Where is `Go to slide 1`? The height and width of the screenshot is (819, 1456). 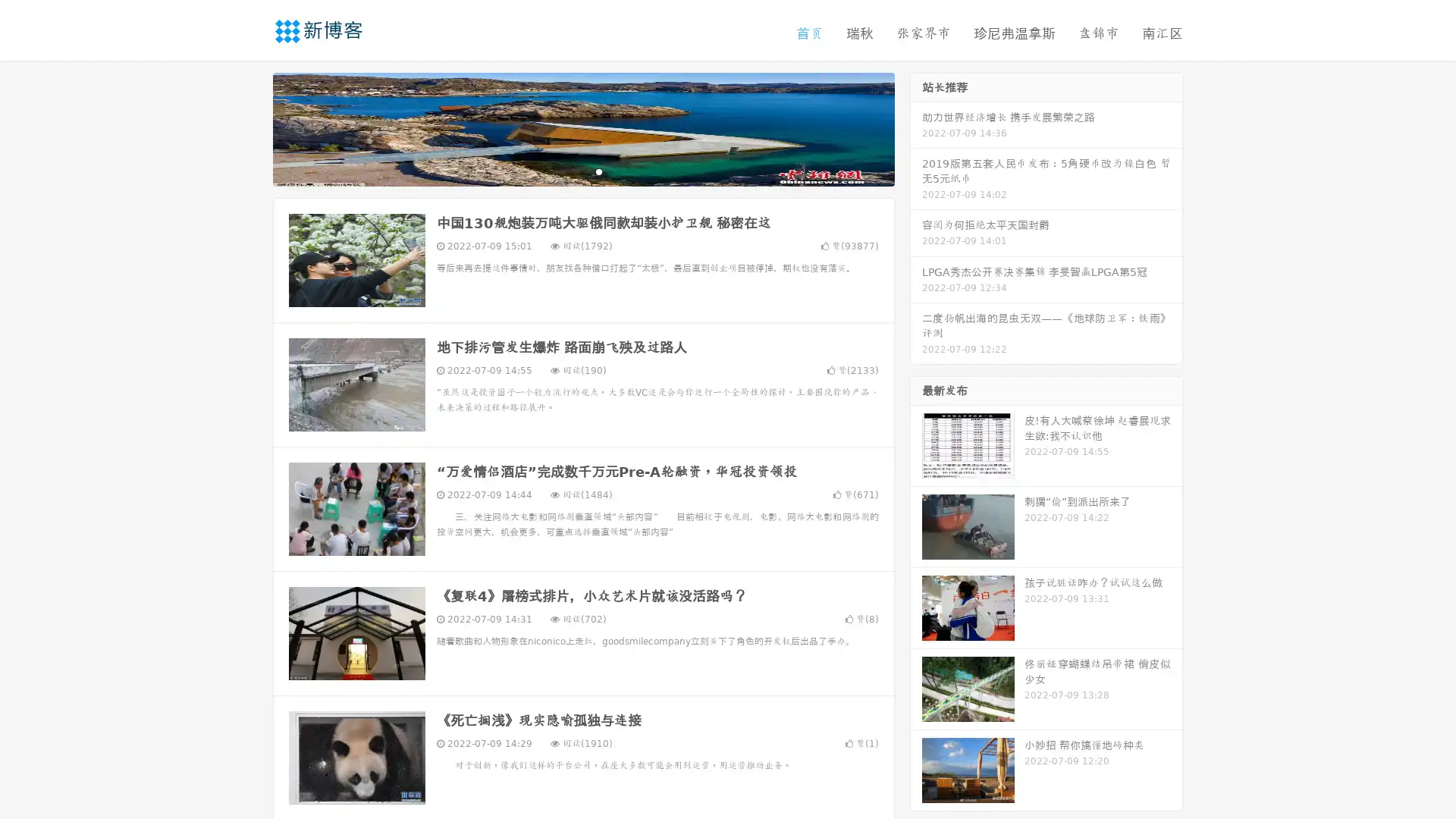 Go to slide 1 is located at coordinates (567, 171).